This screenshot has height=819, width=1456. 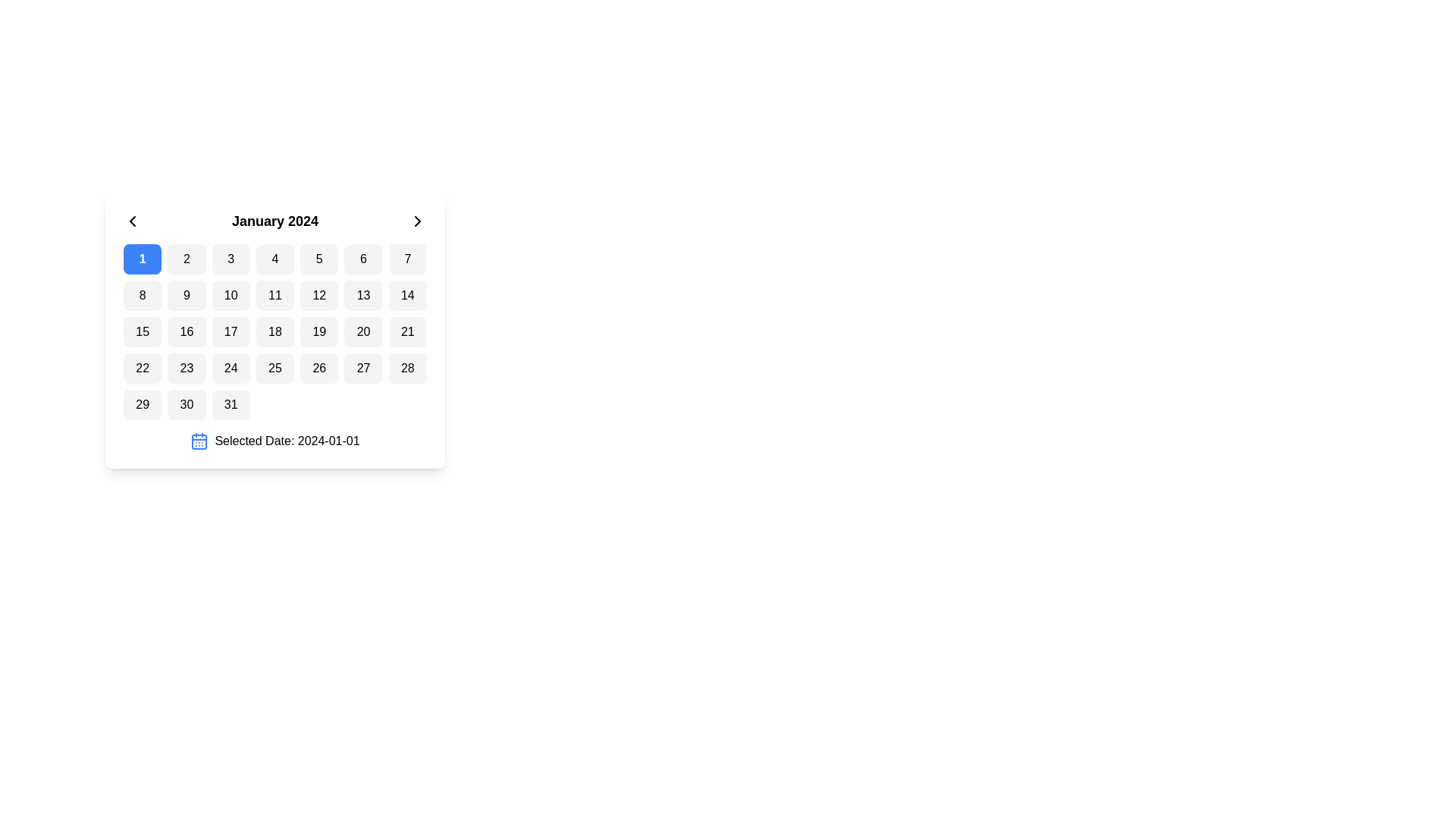 I want to click on the Interactive calendar day cell displaying the number '7', which is part of the first row in a 7-column grid, so click(x=407, y=259).